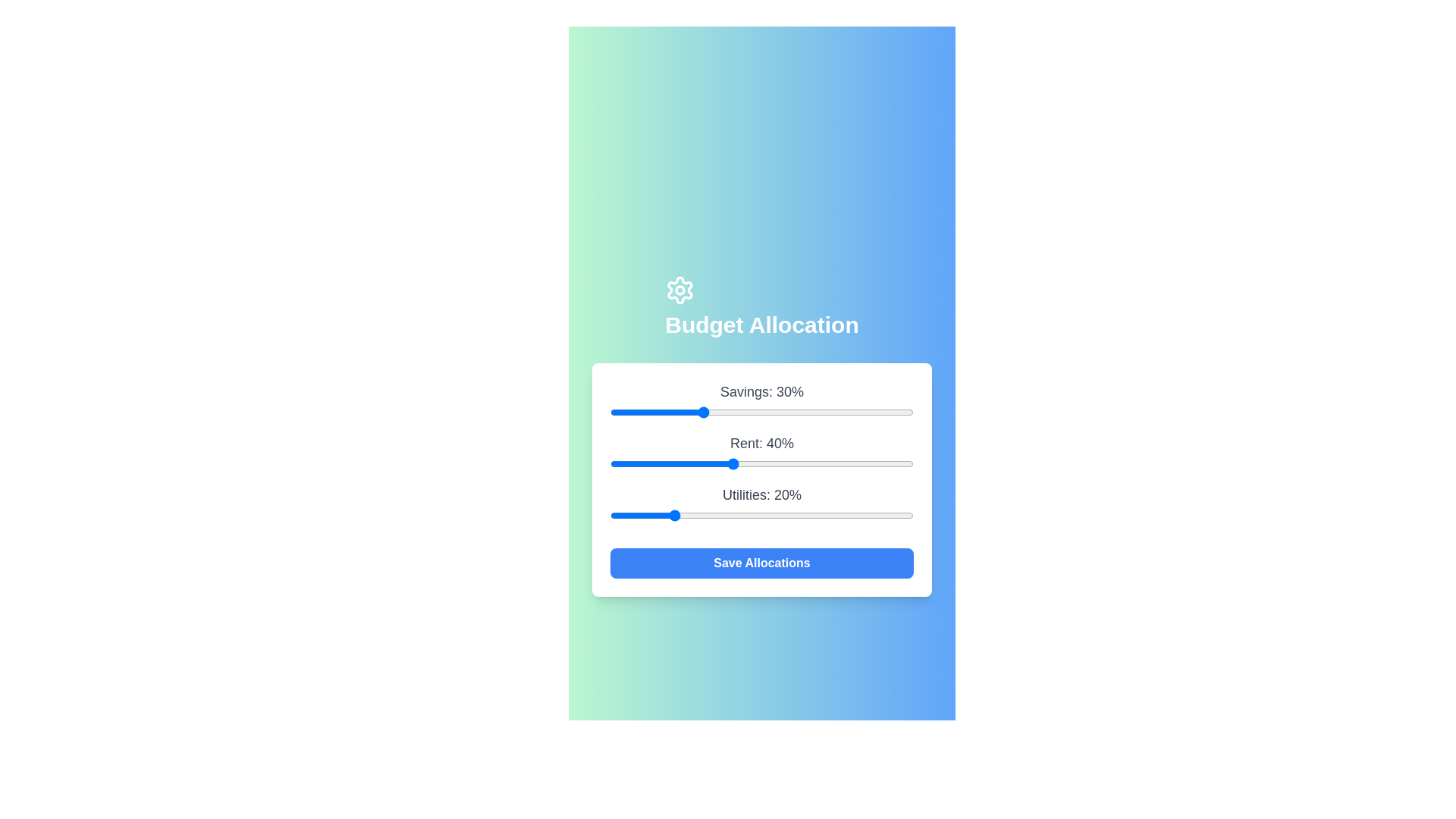  I want to click on the 'Rent' slider to 60%, so click(792, 463).